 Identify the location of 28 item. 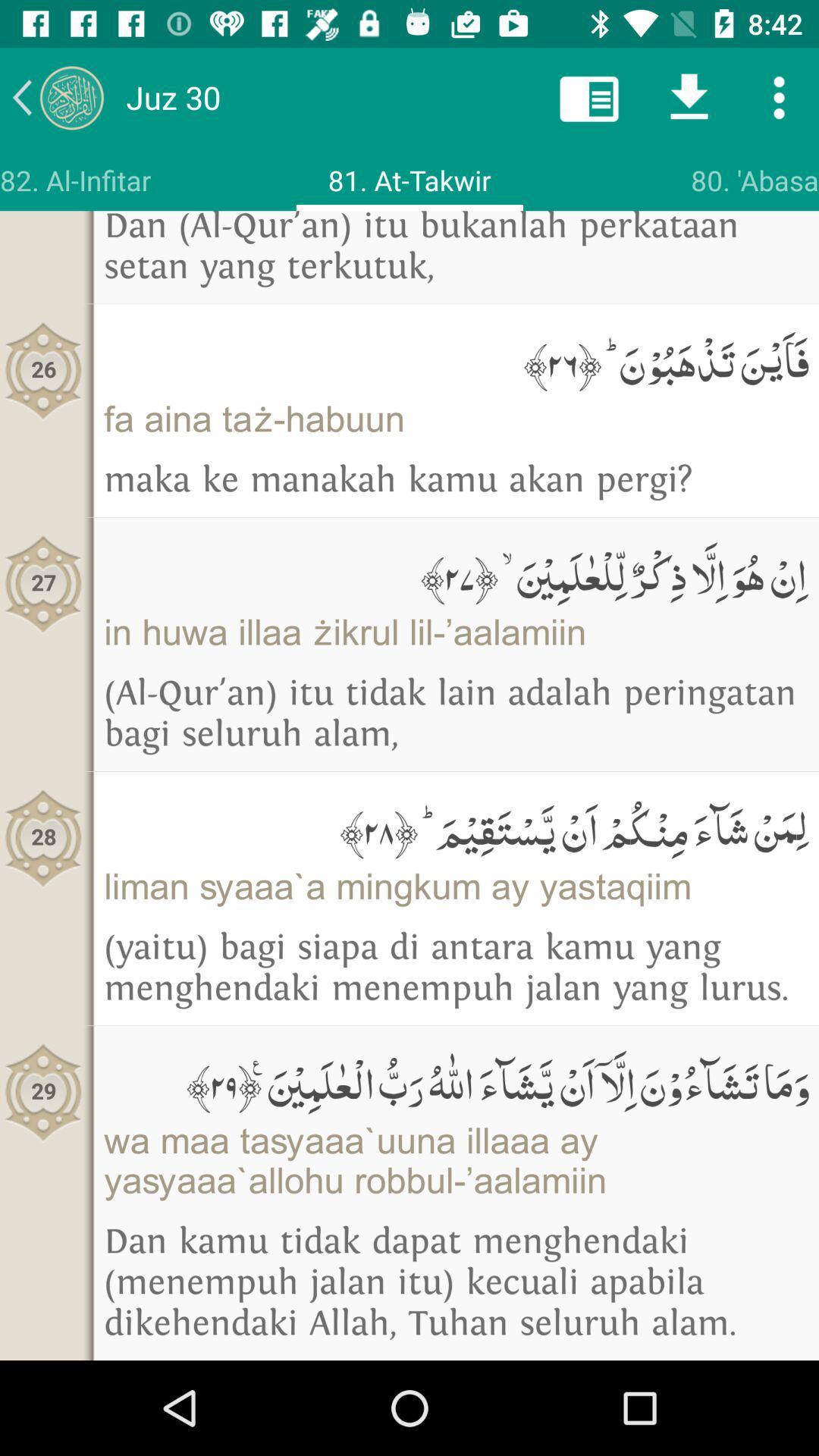
(42, 837).